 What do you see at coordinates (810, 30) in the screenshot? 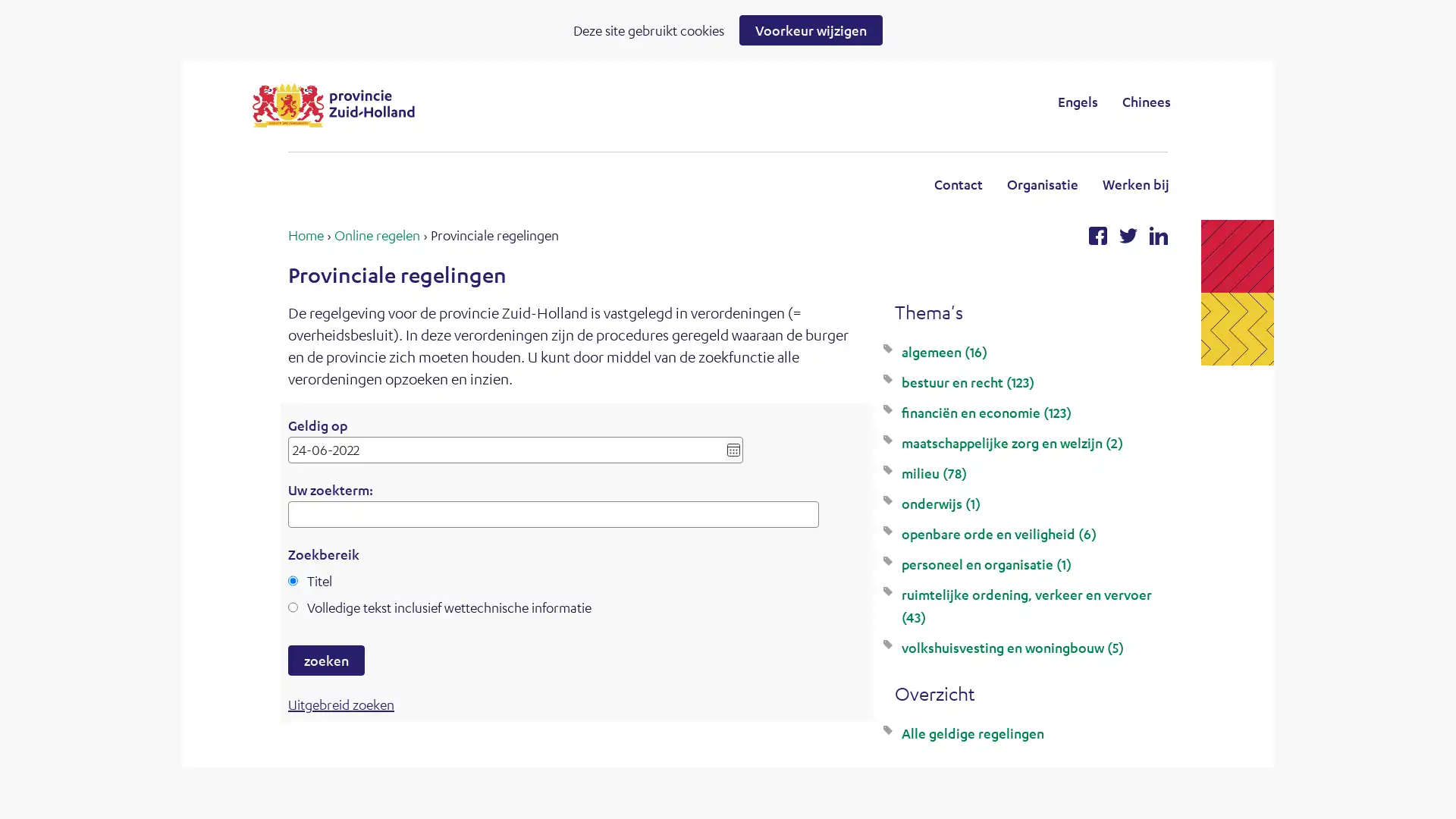
I see `Voorkeur wijzigen` at bounding box center [810, 30].